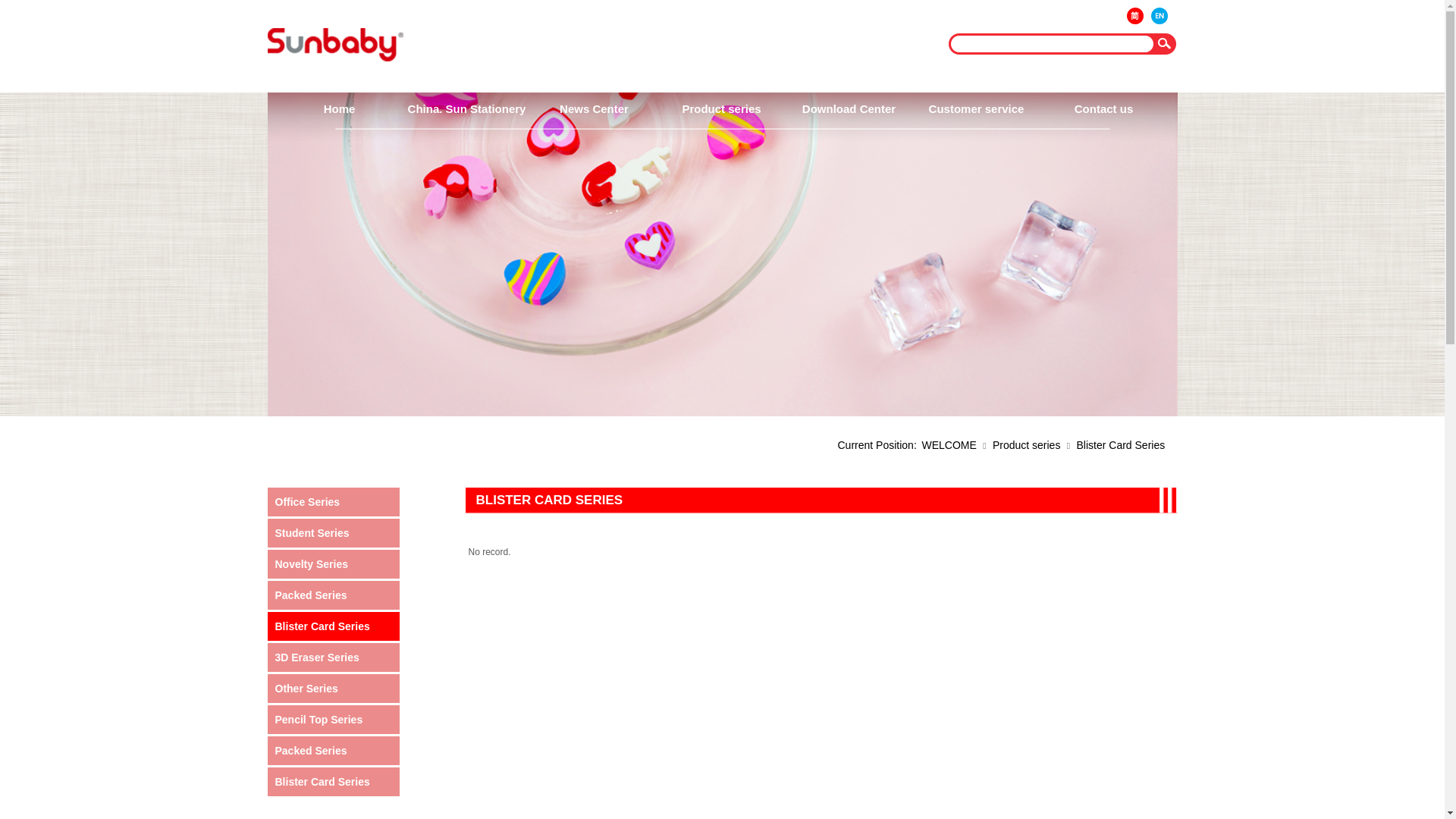 The width and height of the screenshot is (1456, 819). What do you see at coordinates (975, 108) in the screenshot?
I see `'Customer service'` at bounding box center [975, 108].